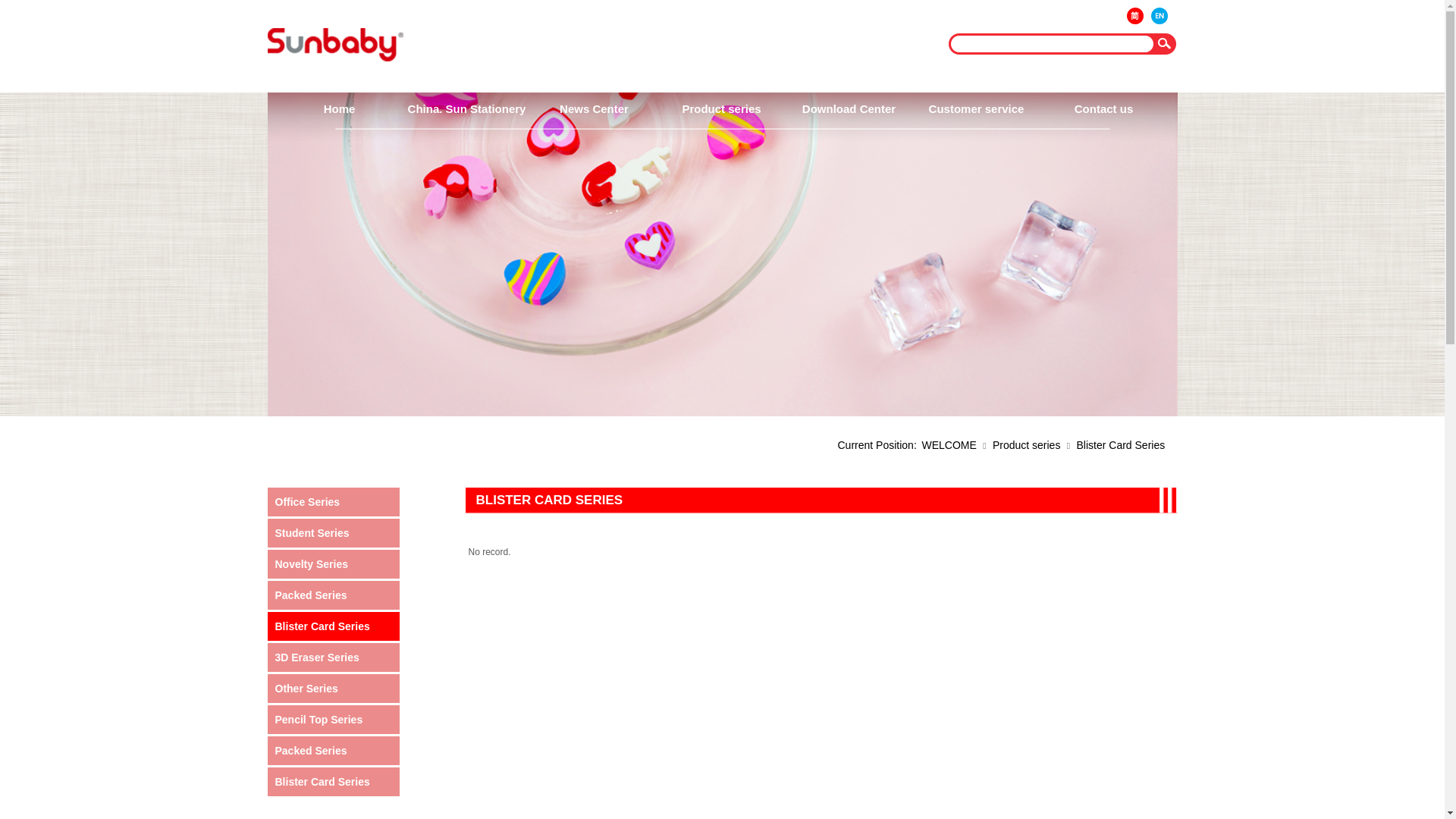 The width and height of the screenshot is (1456, 819). What do you see at coordinates (975, 108) in the screenshot?
I see `'Customer service'` at bounding box center [975, 108].